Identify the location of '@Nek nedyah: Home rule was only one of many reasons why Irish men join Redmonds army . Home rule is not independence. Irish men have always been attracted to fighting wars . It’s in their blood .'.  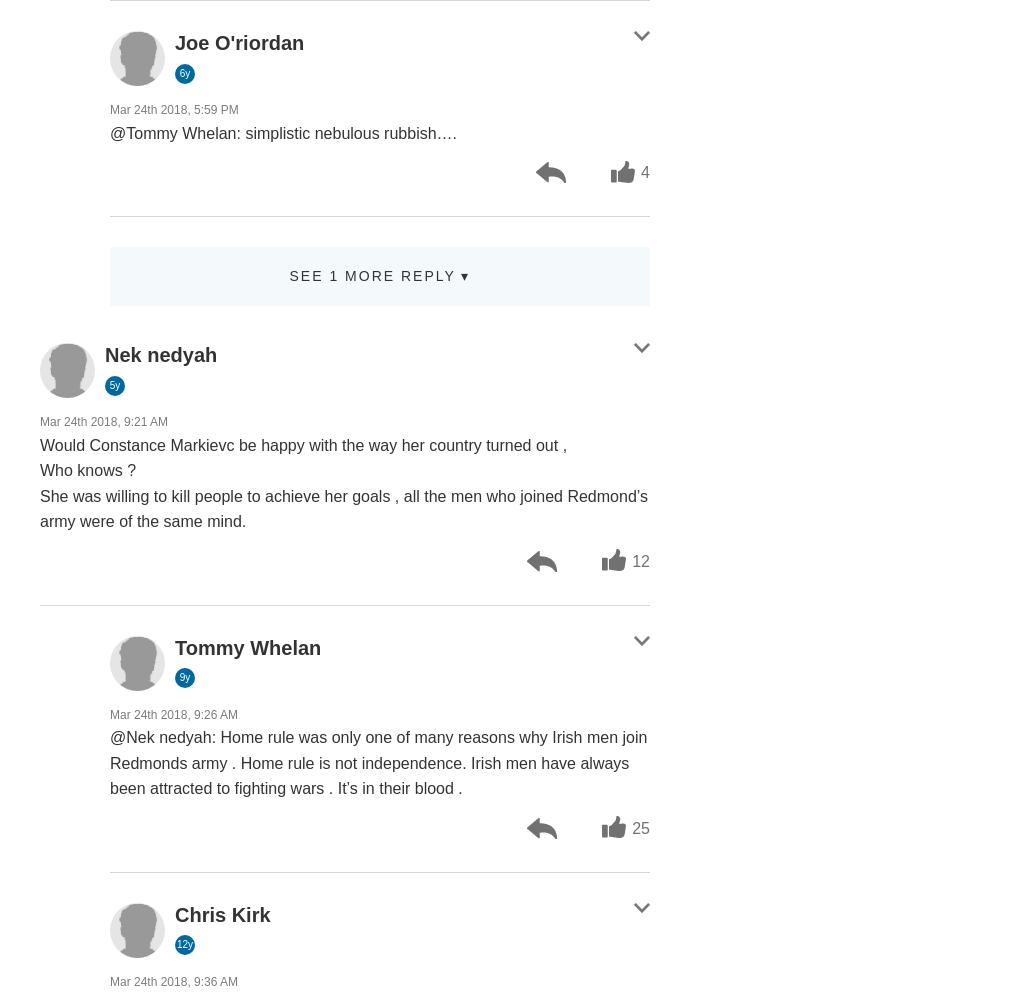
(378, 761).